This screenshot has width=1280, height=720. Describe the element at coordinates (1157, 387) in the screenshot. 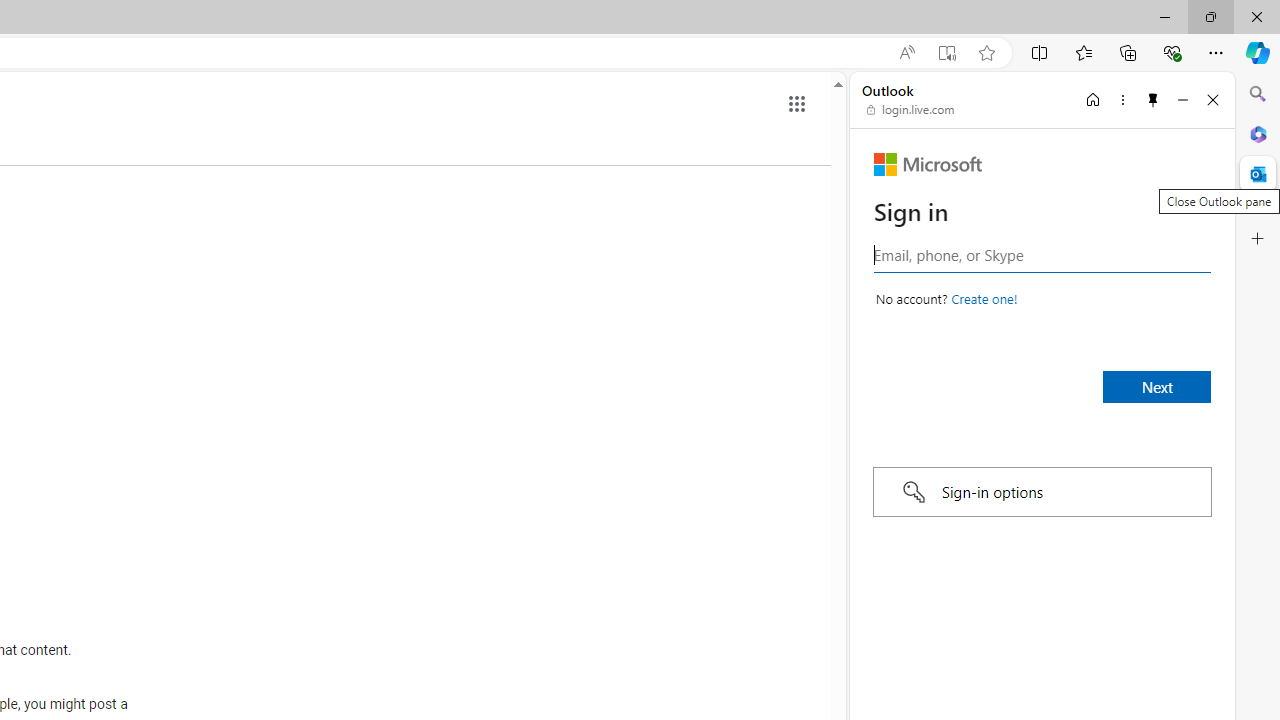

I see `'Next'` at that location.